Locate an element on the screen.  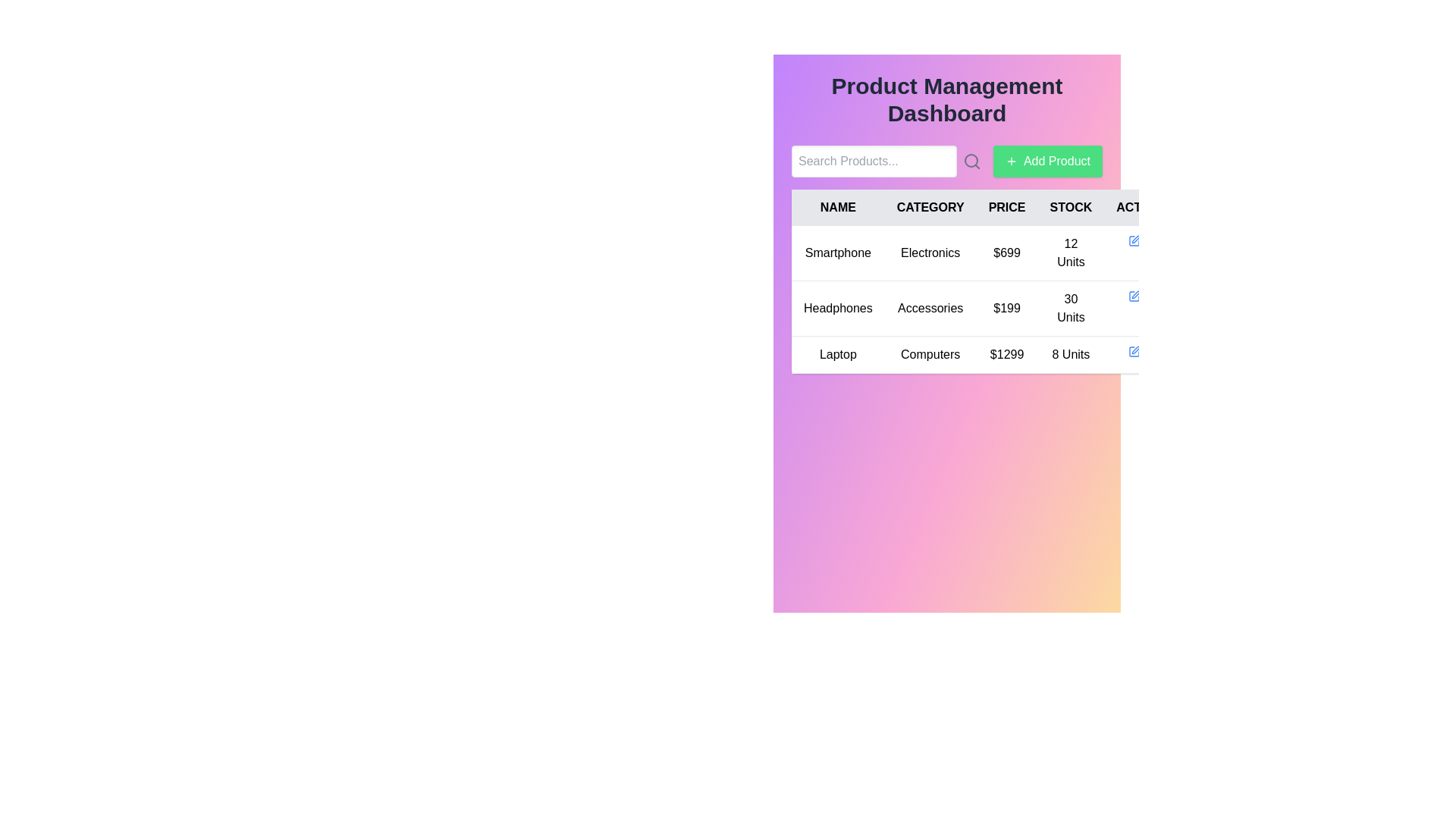
the static text label displaying the price of the 'Laptop' item, which is the third item in the row under the 'Price' column is located at coordinates (1007, 354).